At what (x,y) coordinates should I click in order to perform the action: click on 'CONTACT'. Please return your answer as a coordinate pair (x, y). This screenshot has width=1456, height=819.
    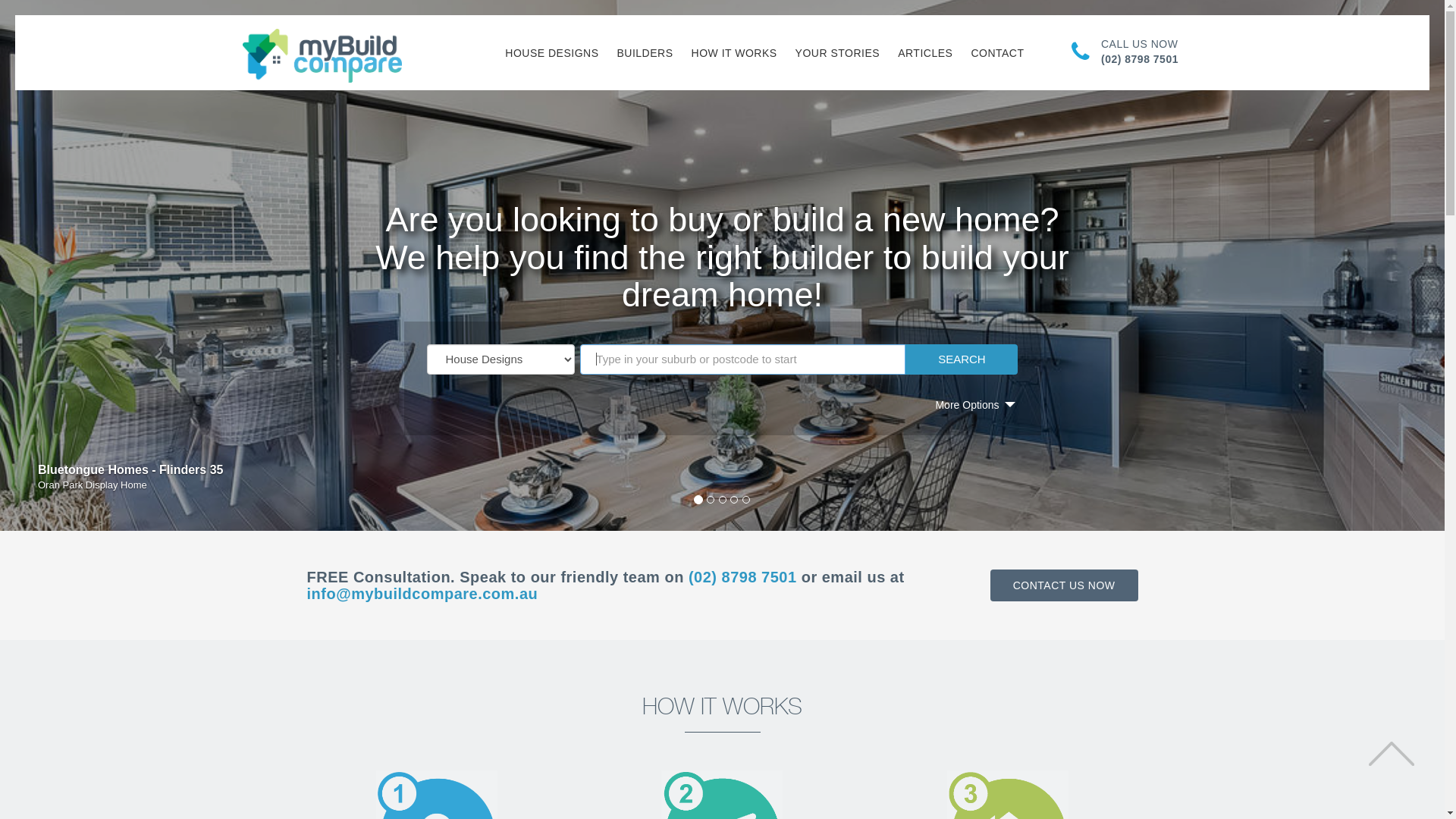
    Looking at the image, I should click on (997, 52).